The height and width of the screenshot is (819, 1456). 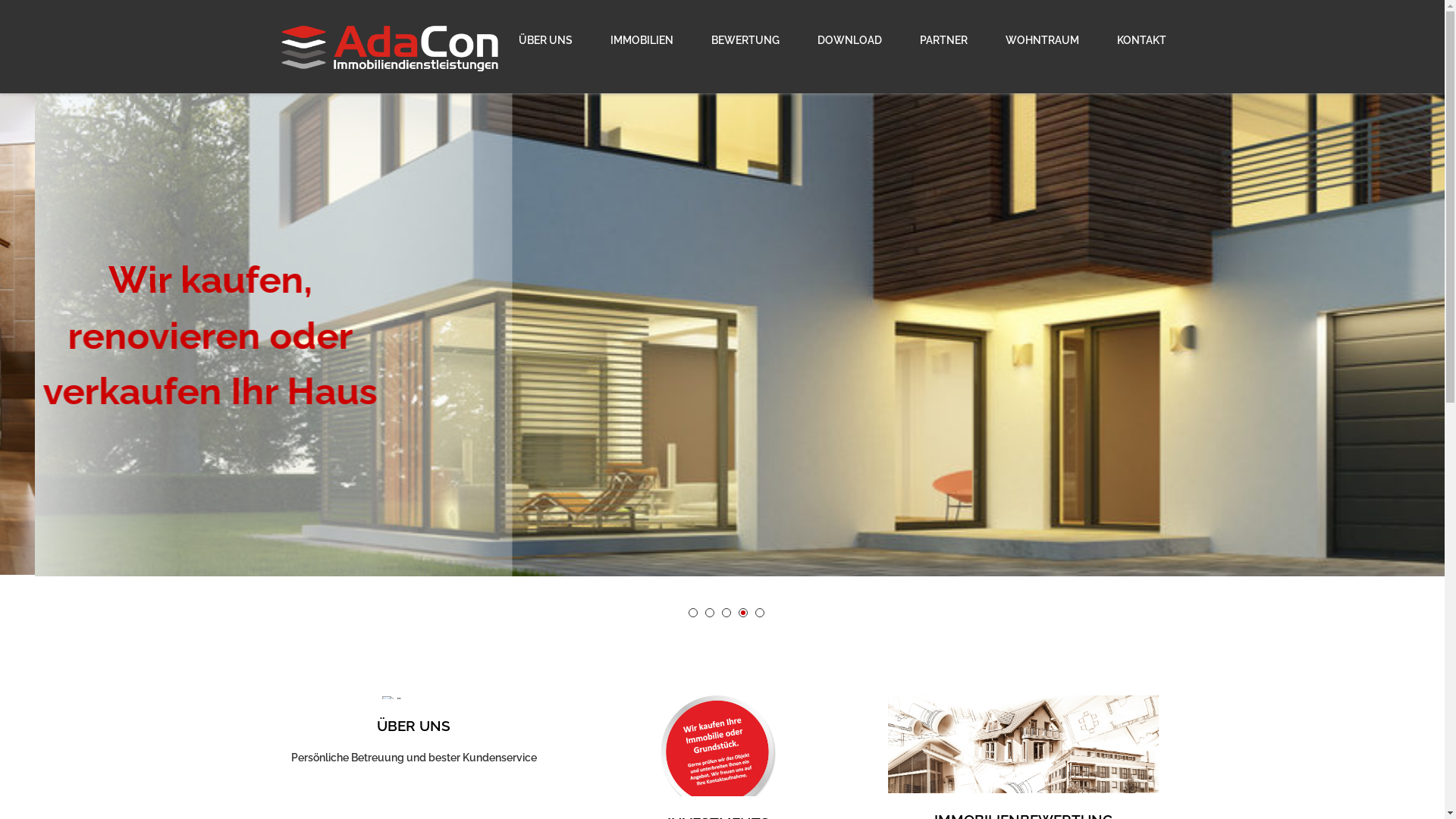 What do you see at coordinates (0, 8) in the screenshot?
I see `'Skip to content'` at bounding box center [0, 8].